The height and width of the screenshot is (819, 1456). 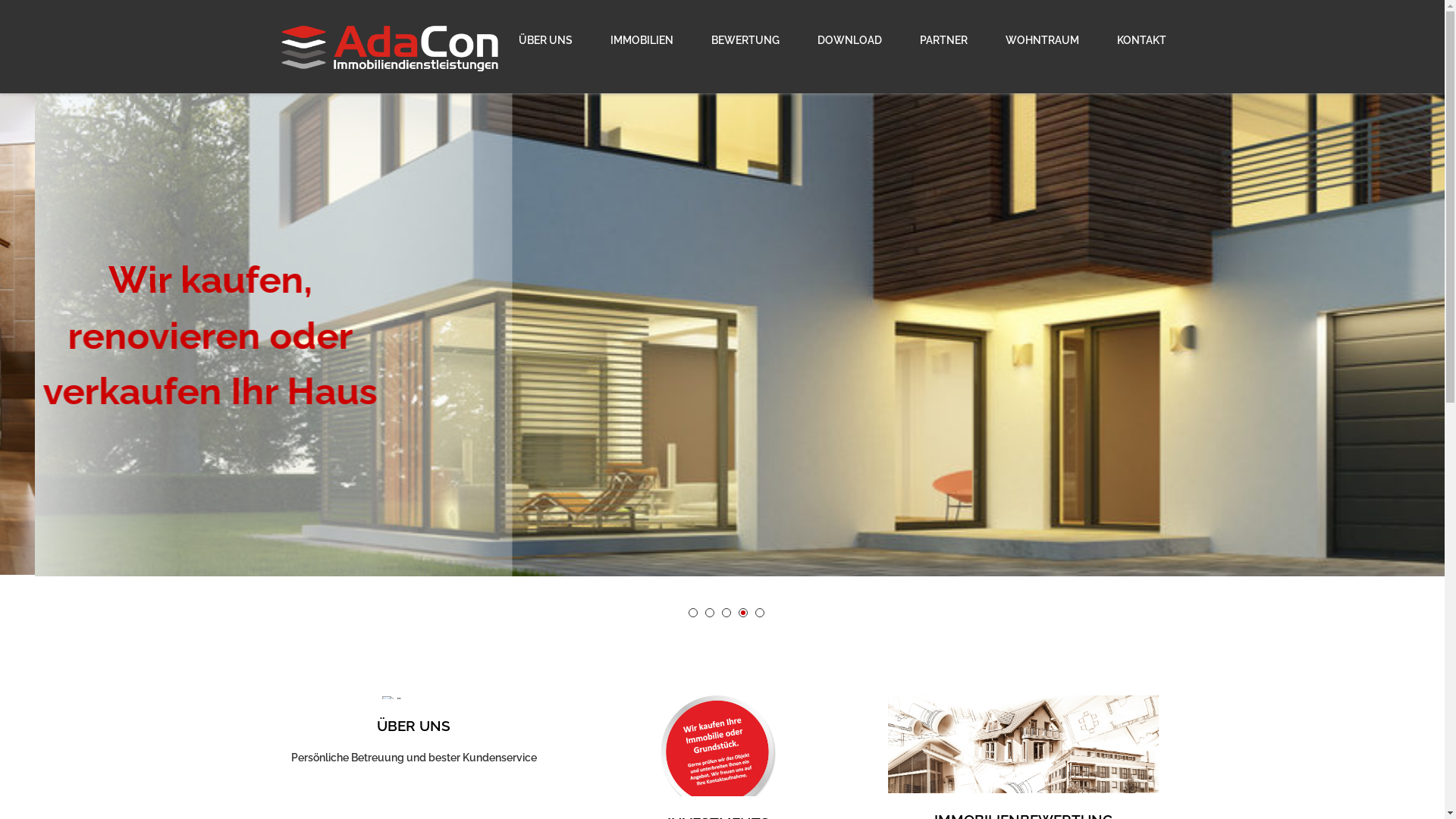 What do you see at coordinates (0, 8) in the screenshot?
I see `'Skip to content'` at bounding box center [0, 8].